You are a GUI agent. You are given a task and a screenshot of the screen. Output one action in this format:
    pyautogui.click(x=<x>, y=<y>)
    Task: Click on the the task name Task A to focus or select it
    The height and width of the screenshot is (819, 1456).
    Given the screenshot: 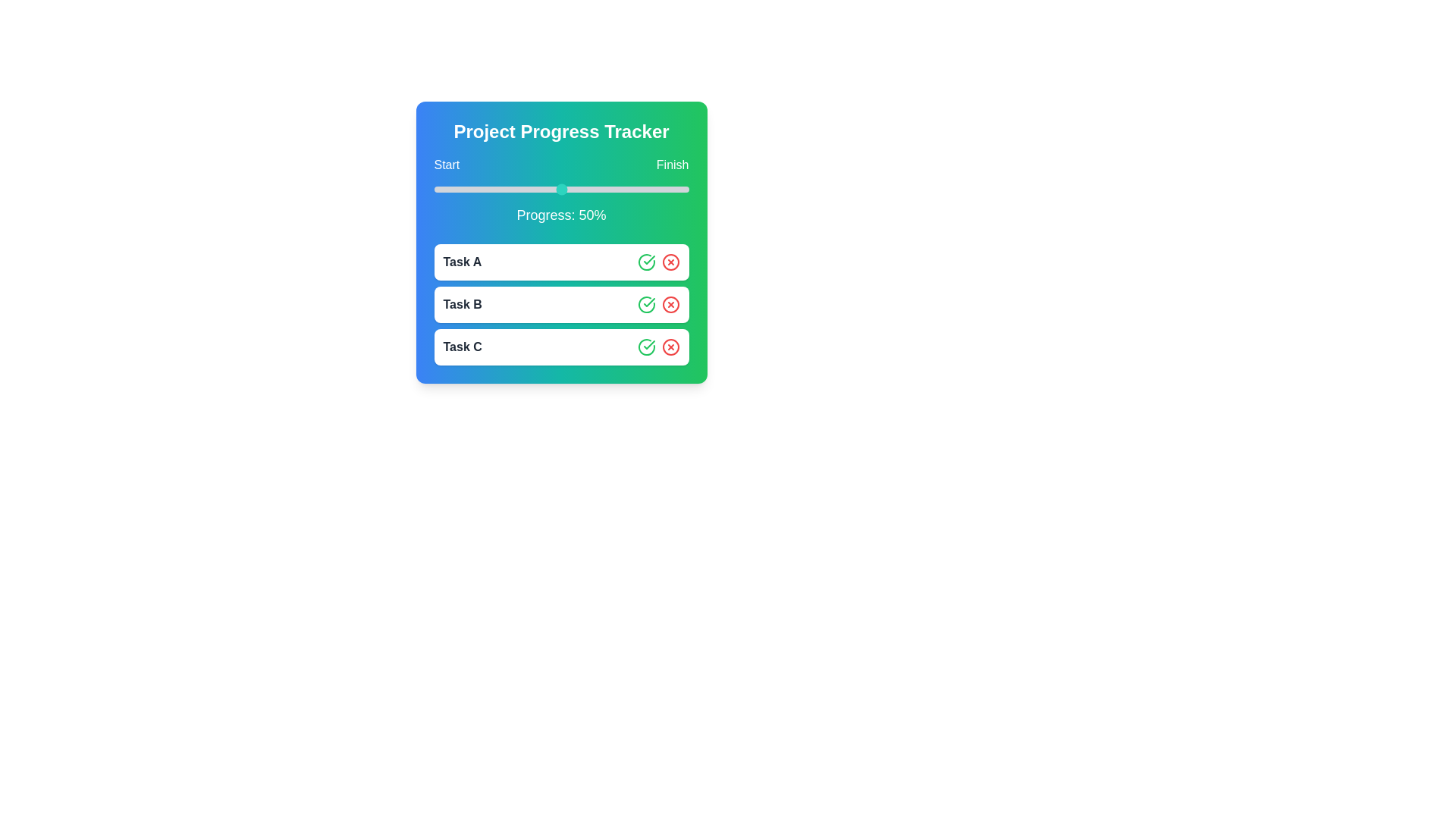 What is the action you would take?
    pyautogui.click(x=461, y=262)
    